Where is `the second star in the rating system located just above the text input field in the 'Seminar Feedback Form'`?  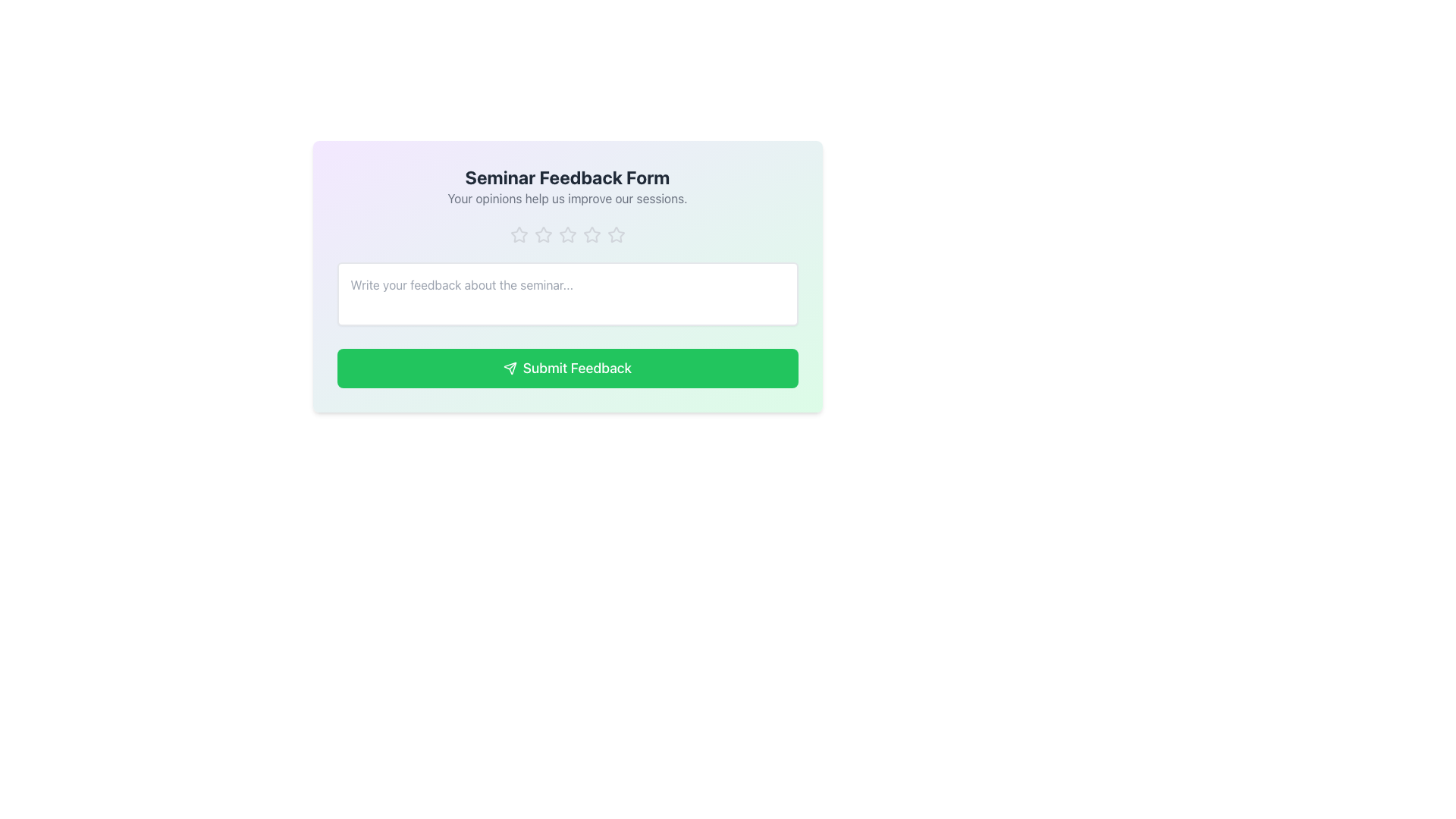
the second star in the rating system located just above the text input field in the 'Seminar Feedback Form' is located at coordinates (519, 234).